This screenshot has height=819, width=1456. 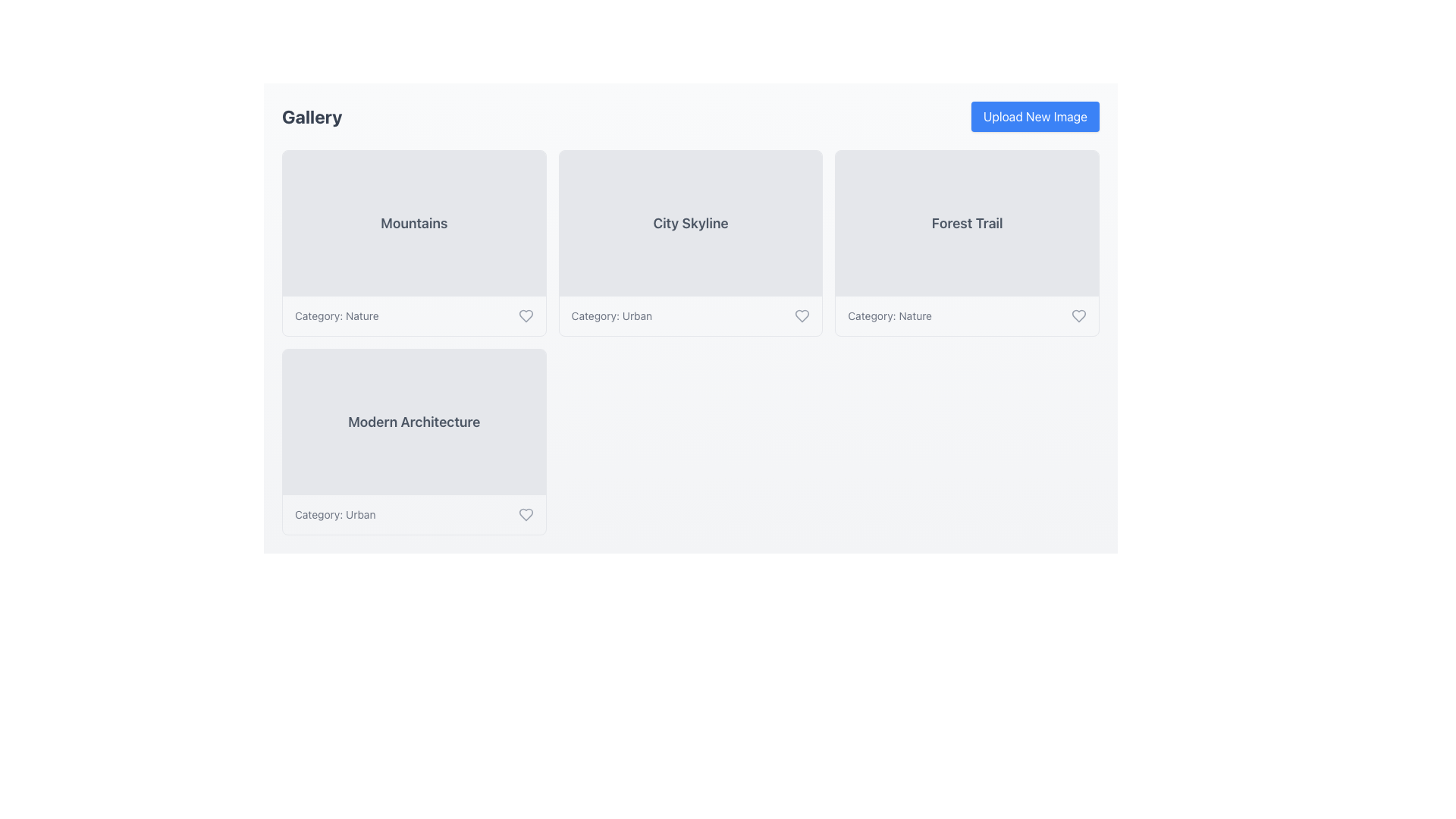 What do you see at coordinates (1078, 315) in the screenshot?
I see `the heart-shaped icon button located at the bottom-right corner of the 'Forest Trail' card to mark it as favorite` at bounding box center [1078, 315].